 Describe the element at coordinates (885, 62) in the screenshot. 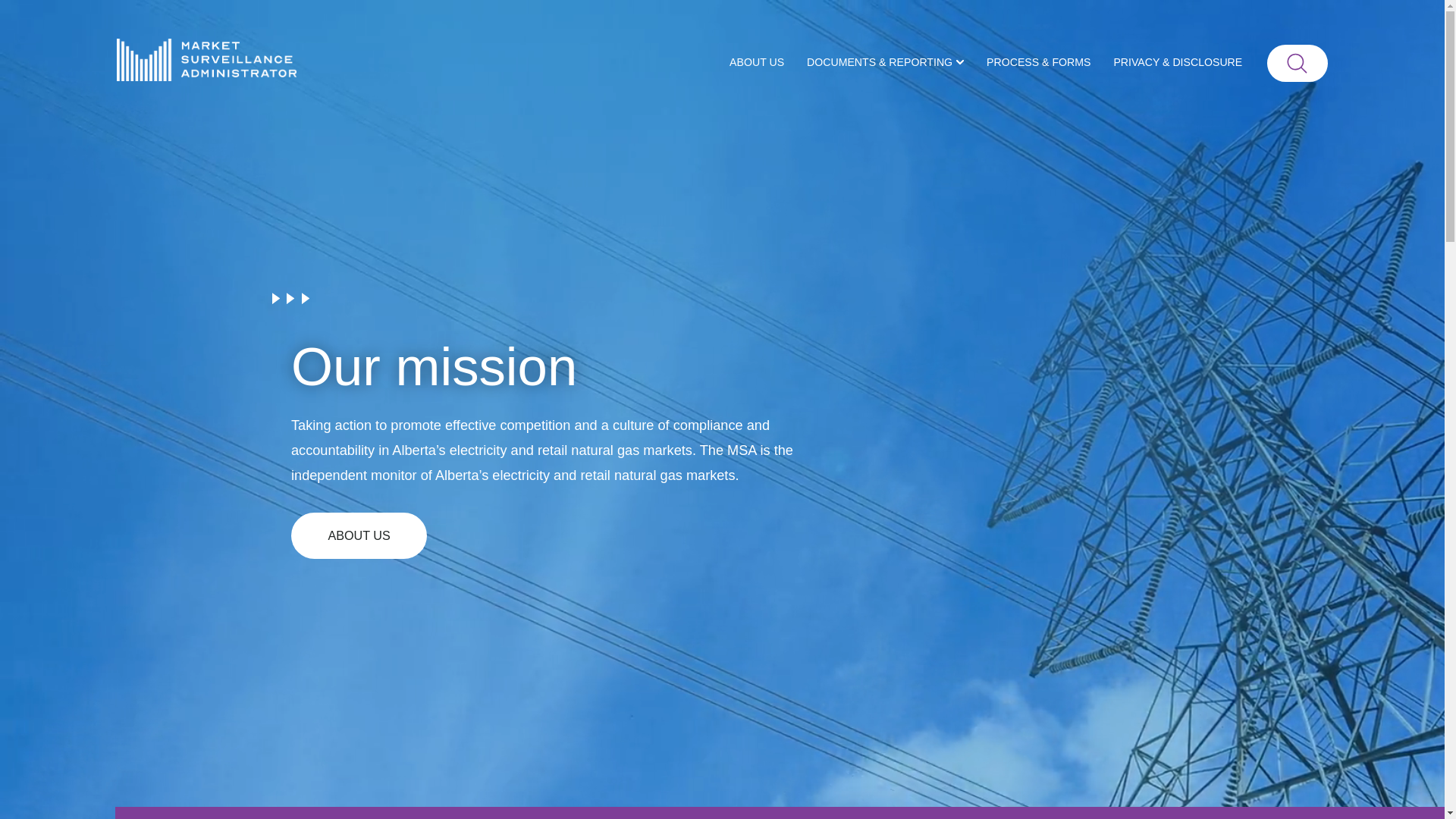

I see `'DOCUMENTS & REPORTING'` at that location.